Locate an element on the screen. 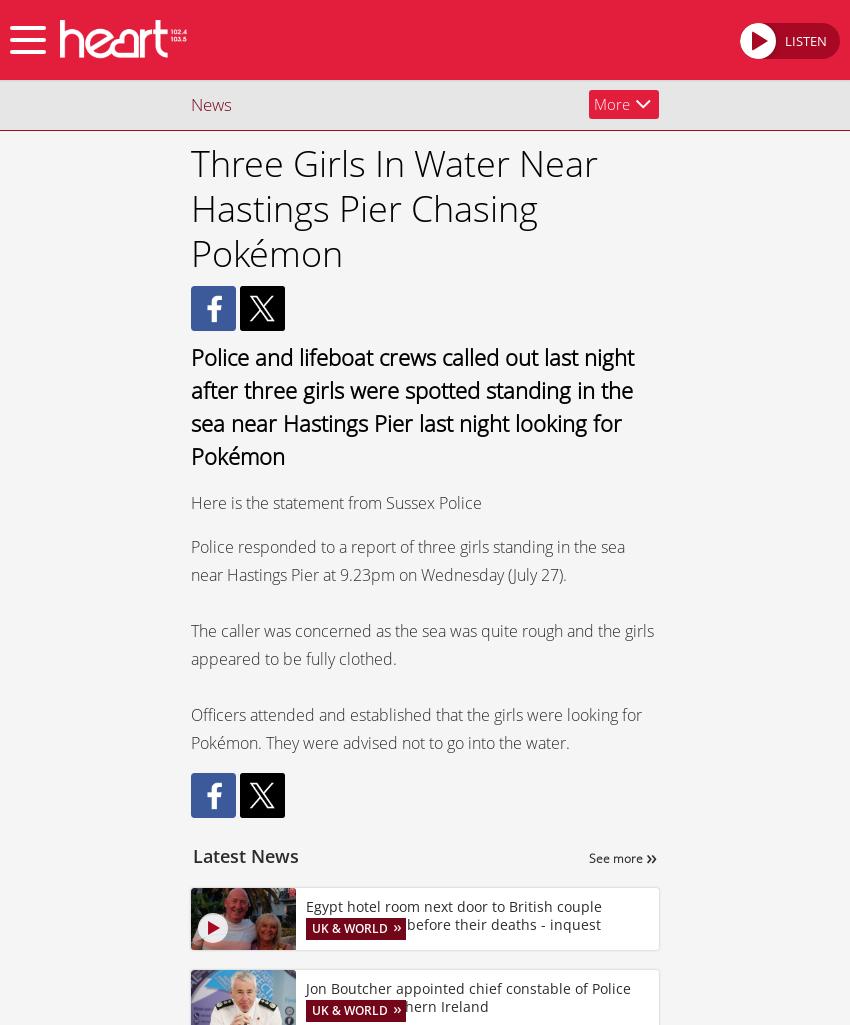 The height and width of the screenshot is (1025, 850). 'Police responded to a report of three girls standing in the sea near Hastings Pier at 9.23pm on Wednesday (July 27).' is located at coordinates (189, 560).